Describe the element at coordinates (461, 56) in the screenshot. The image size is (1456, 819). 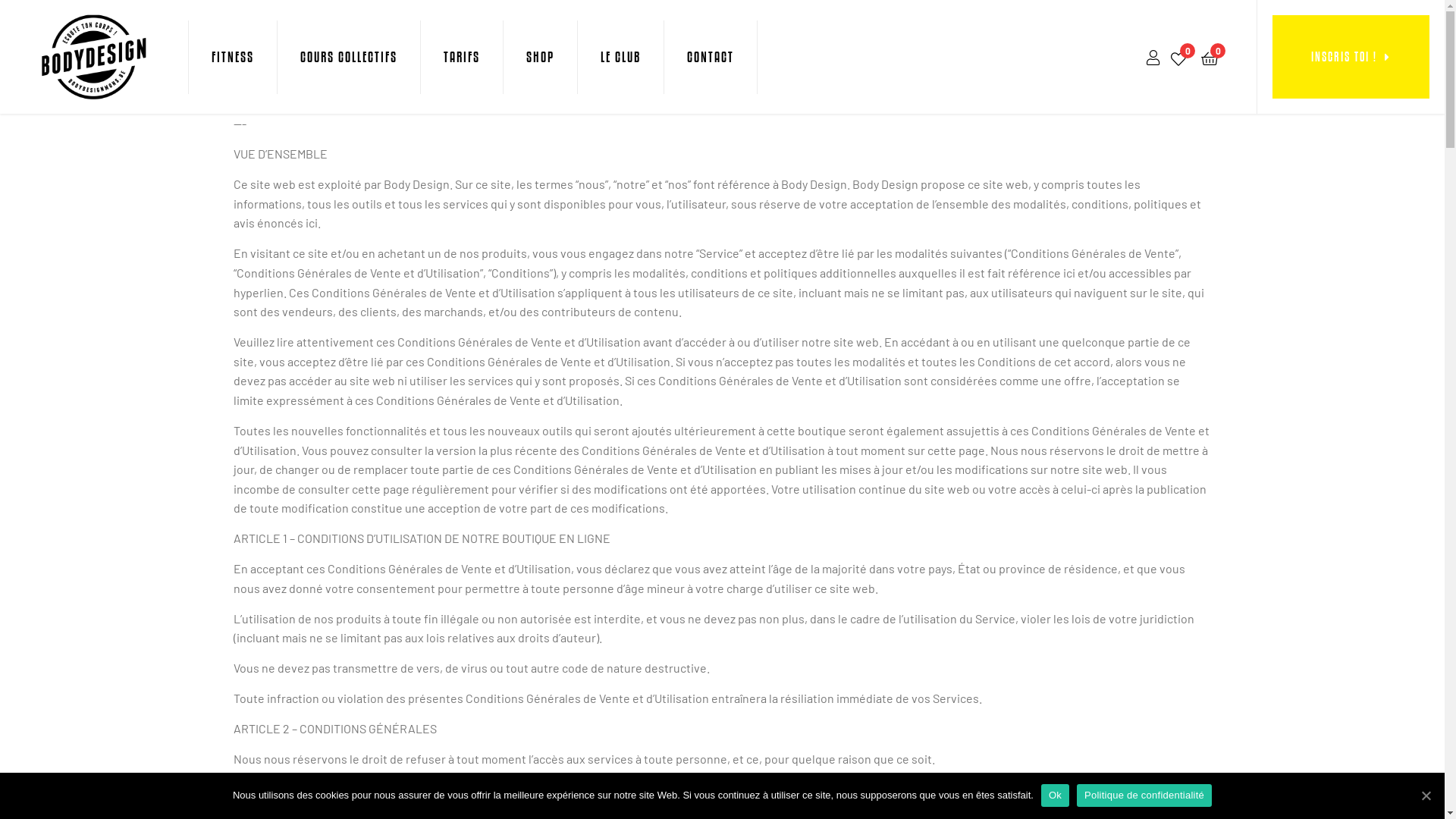
I see `'TARIFS'` at that location.